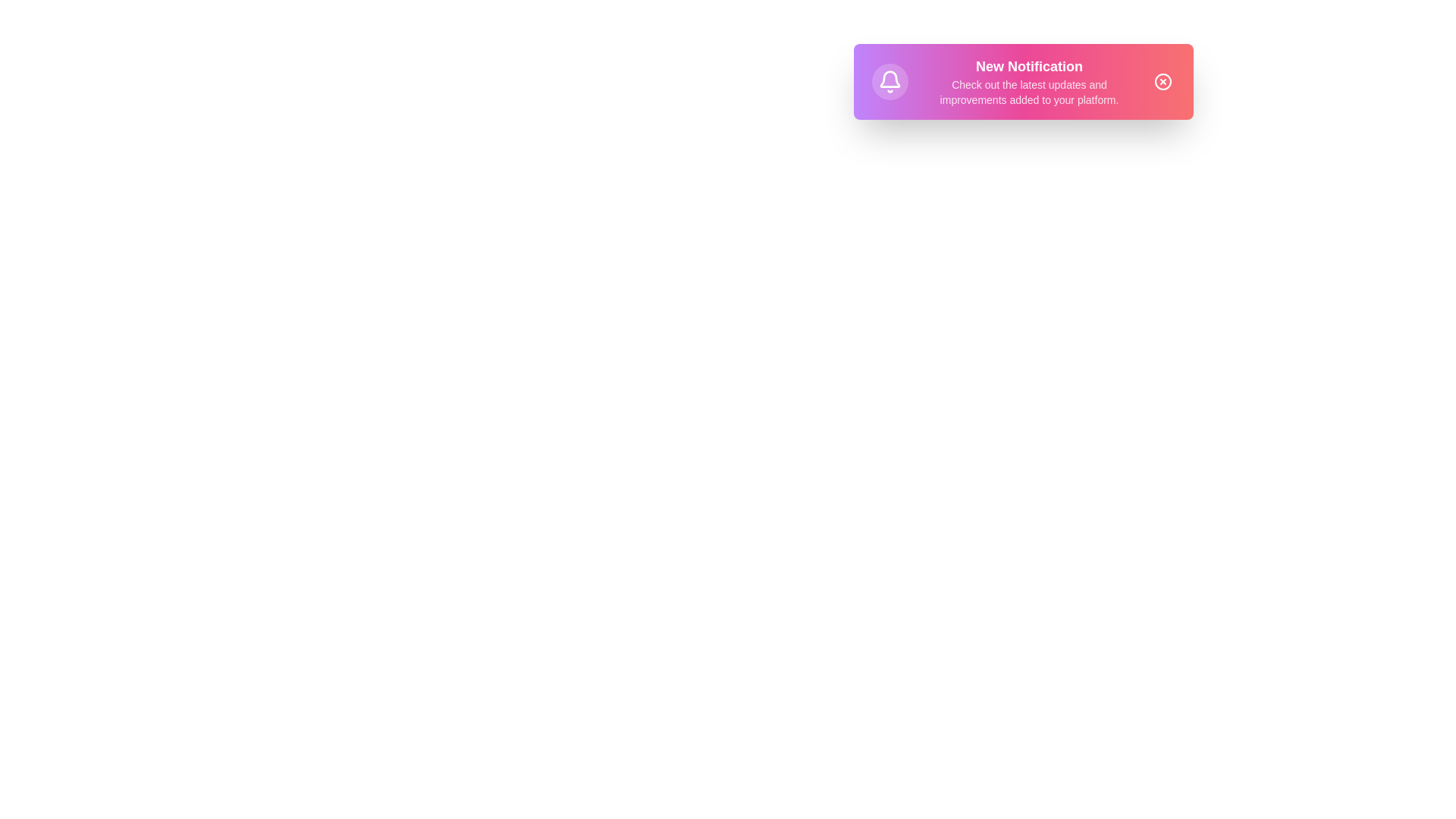  I want to click on the close button to dismiss the notification, so click(1162, 82).